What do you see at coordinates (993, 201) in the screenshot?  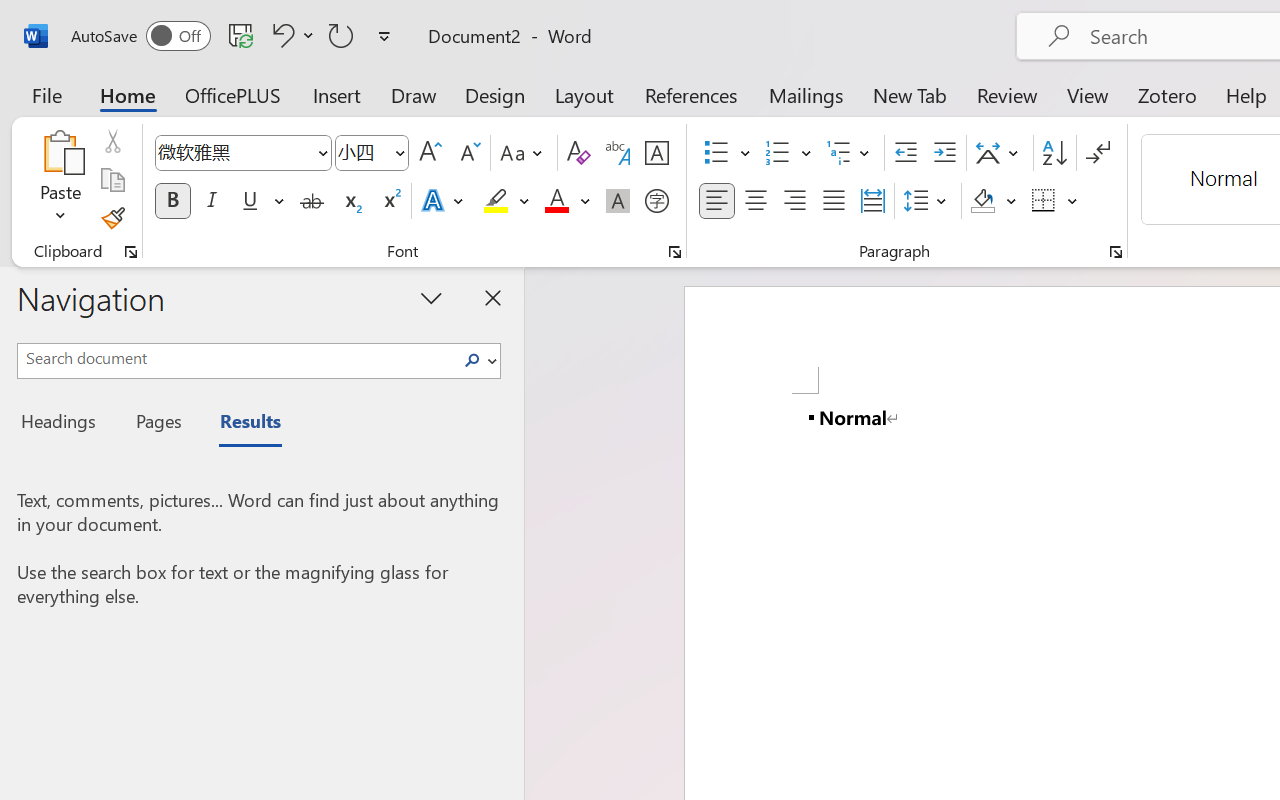 I see `'Shading'` at bounding box center [993, 201].